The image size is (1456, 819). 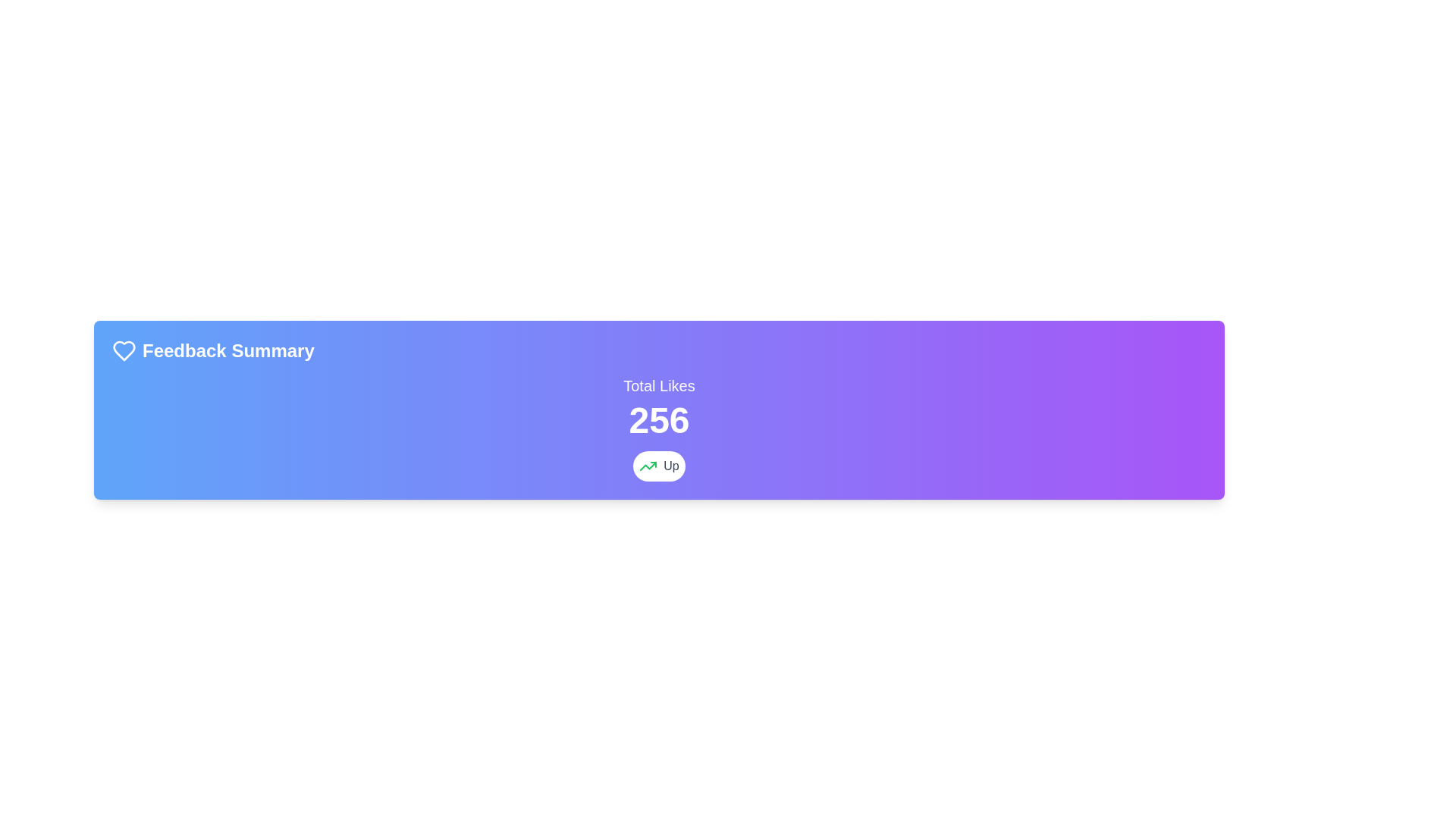 I want to click on the trend indicated by the green upward-slanting zigzag arrow in the lower right portion of the interface, which is part of an SVG icon, so click(x=648, y=465).